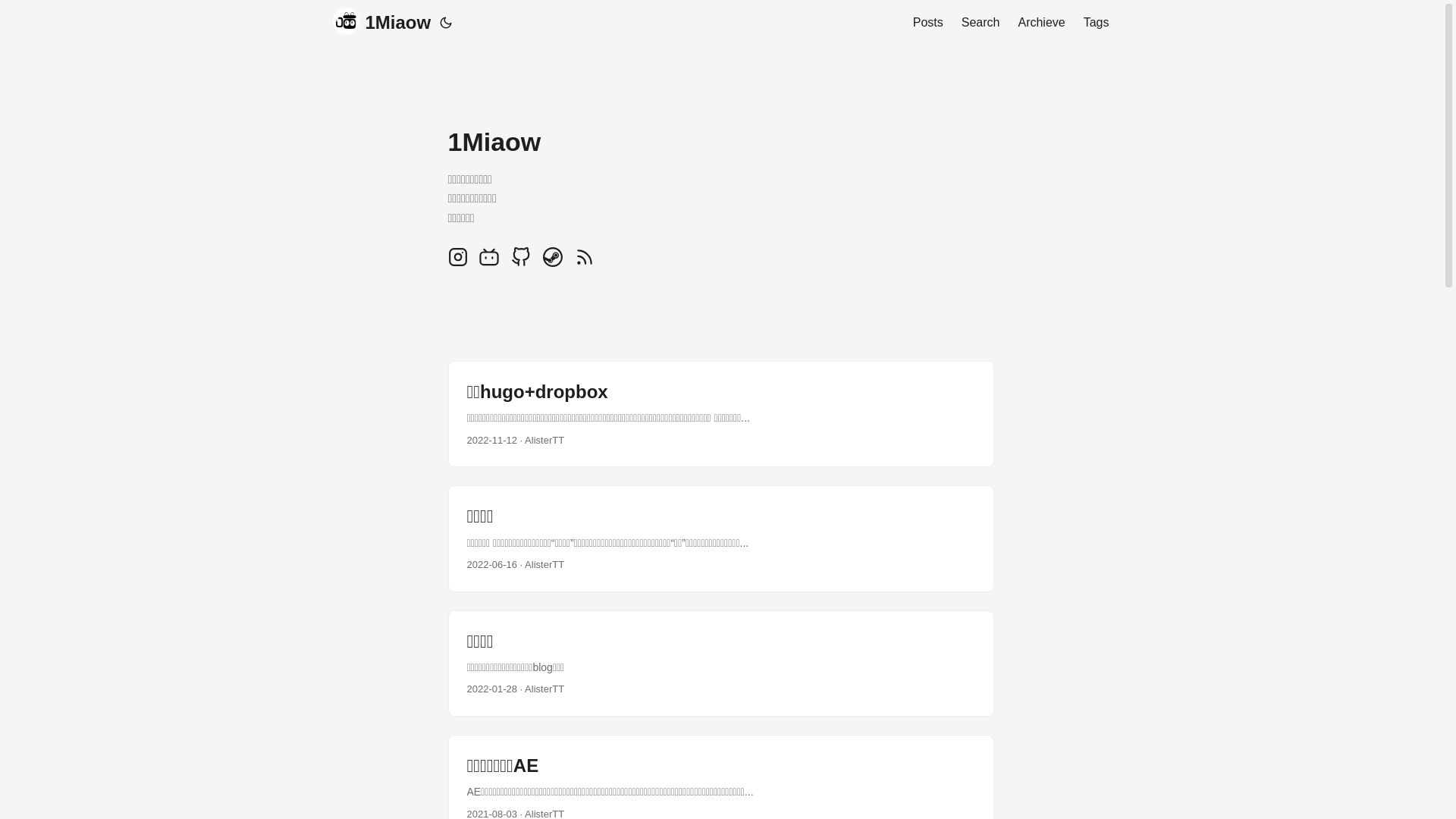 This screenshot has height=819, width=1456. What do you see at coordinates (927, 23) in the screenshot?
I see `'Posts'` at bounding box center [927, 23].